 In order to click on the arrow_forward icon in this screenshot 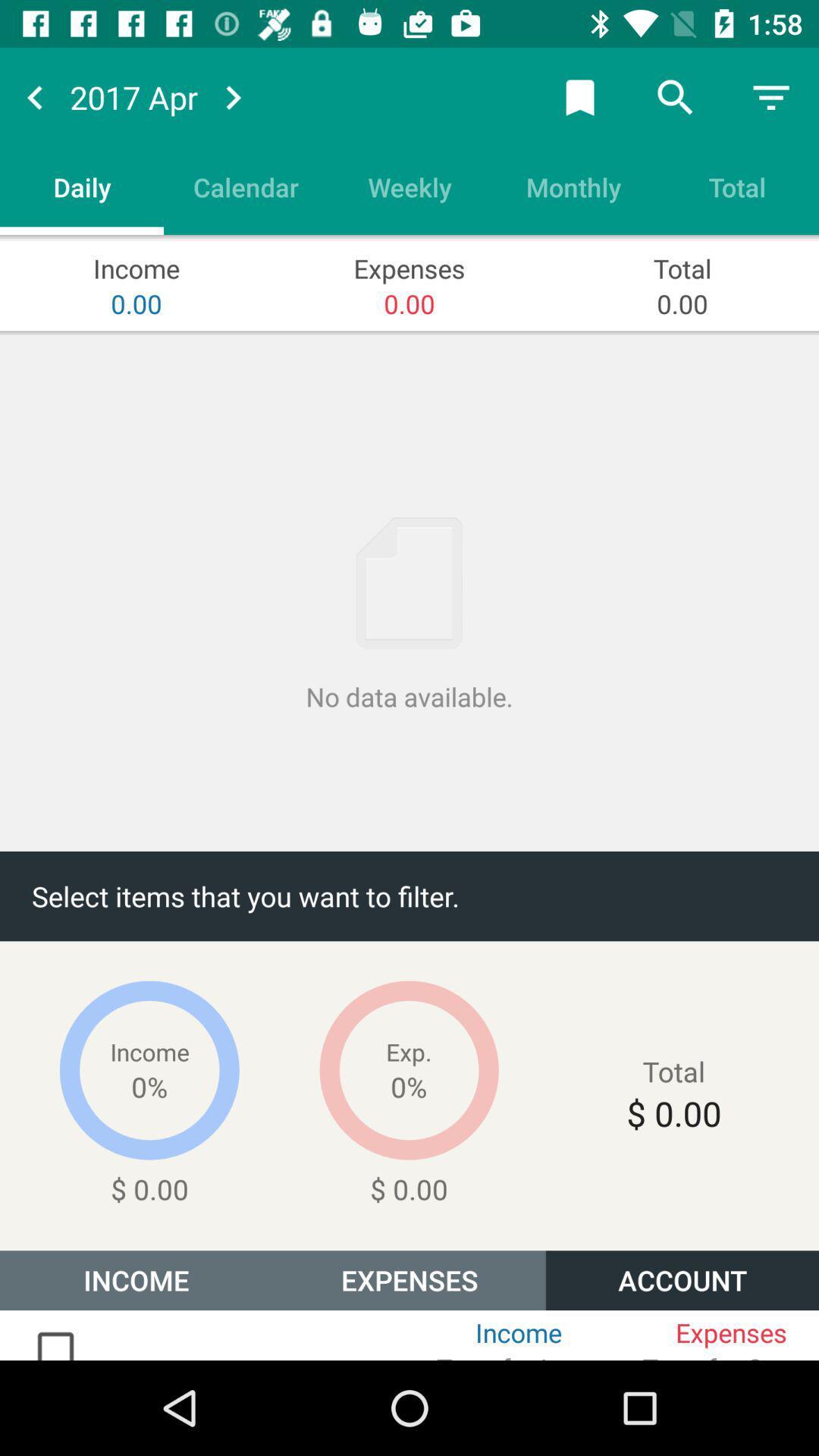, I will do `click(233, 96)`.